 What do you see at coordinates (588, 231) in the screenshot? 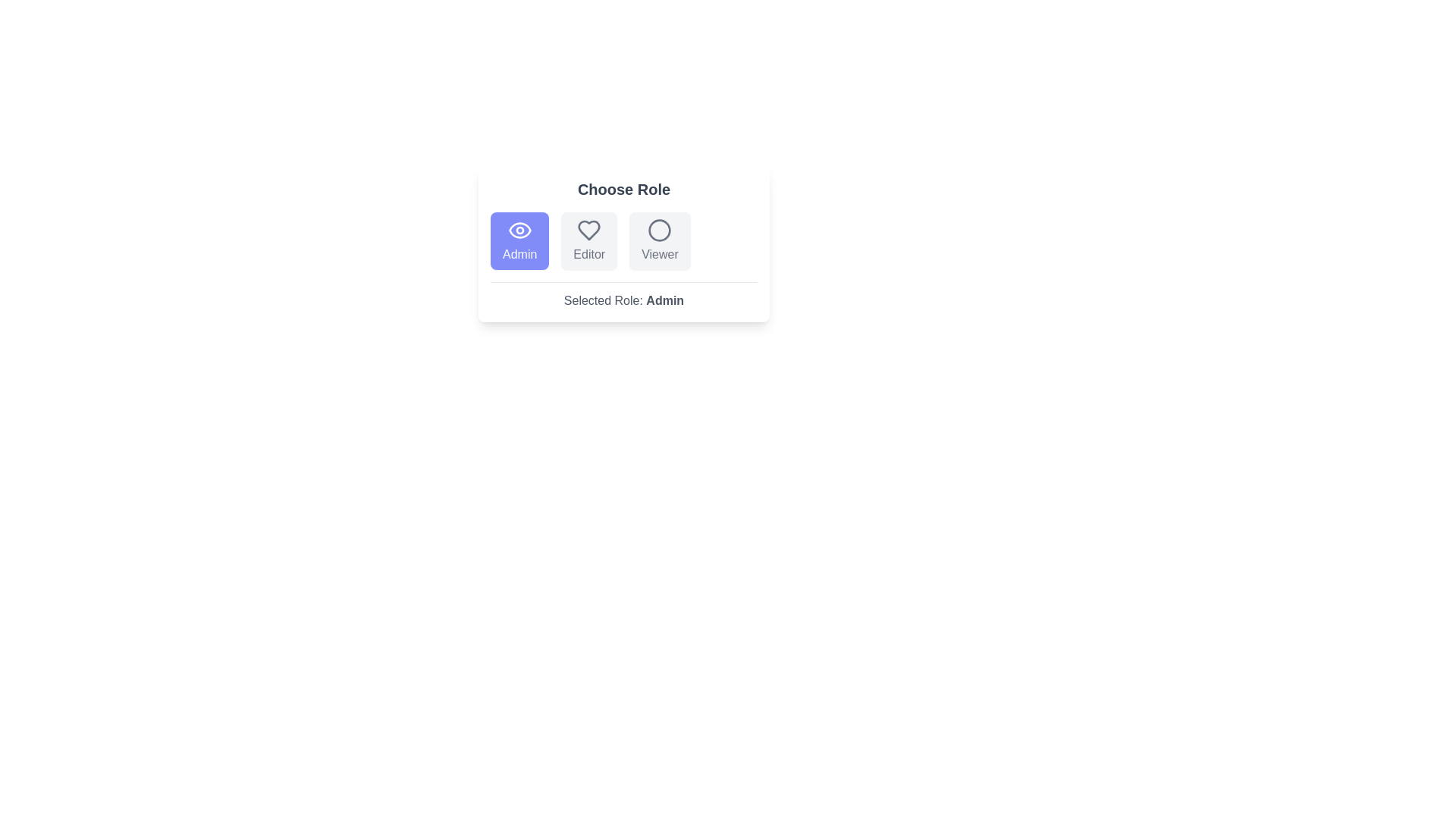
I see `the heart-shaped icon within the 'Editor' button` at bounding box center [588, 231].